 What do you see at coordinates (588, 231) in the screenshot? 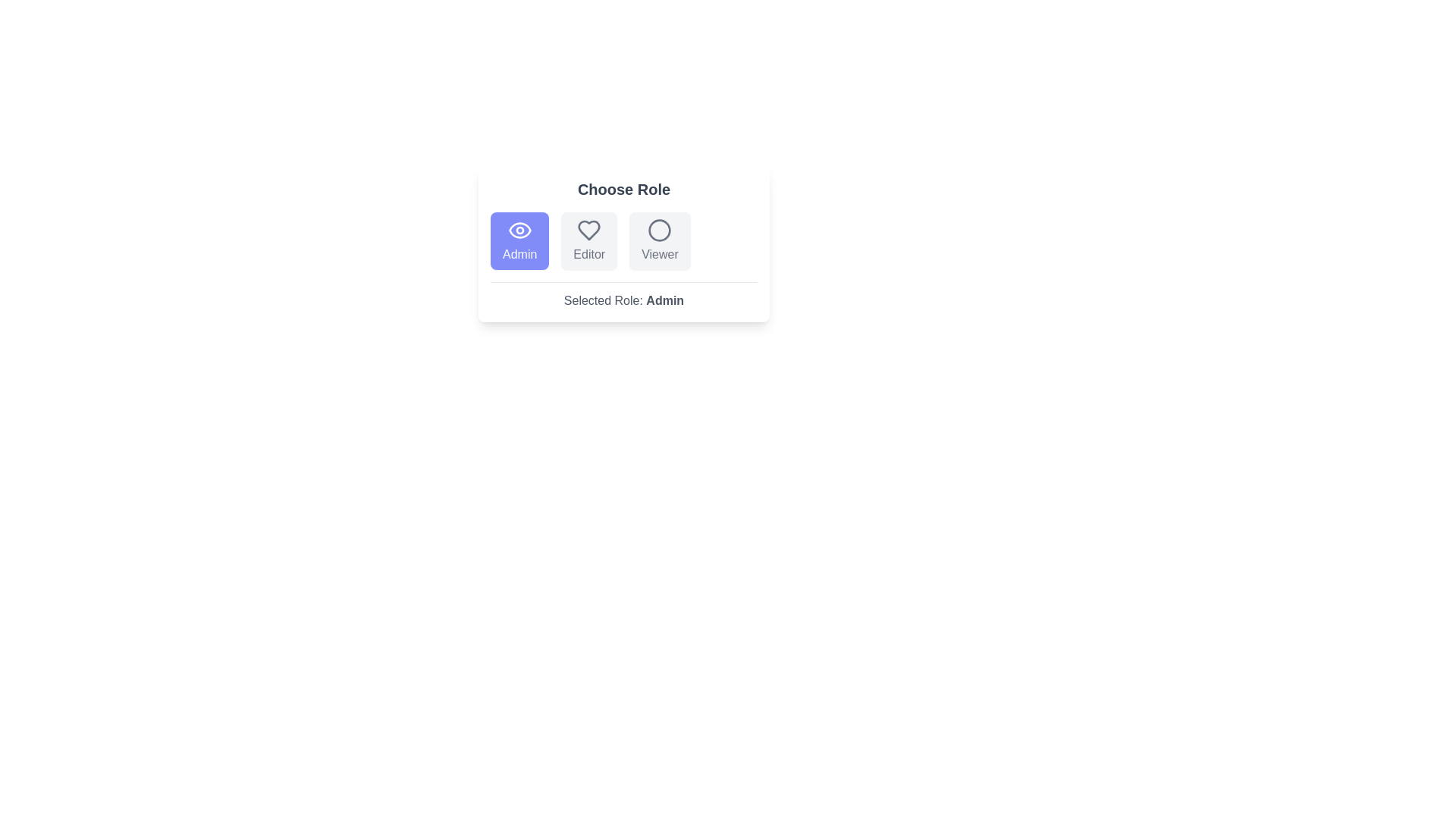
I see `the heart-shaped icon within the 'Editor' button` at bounding box center [588, 231].